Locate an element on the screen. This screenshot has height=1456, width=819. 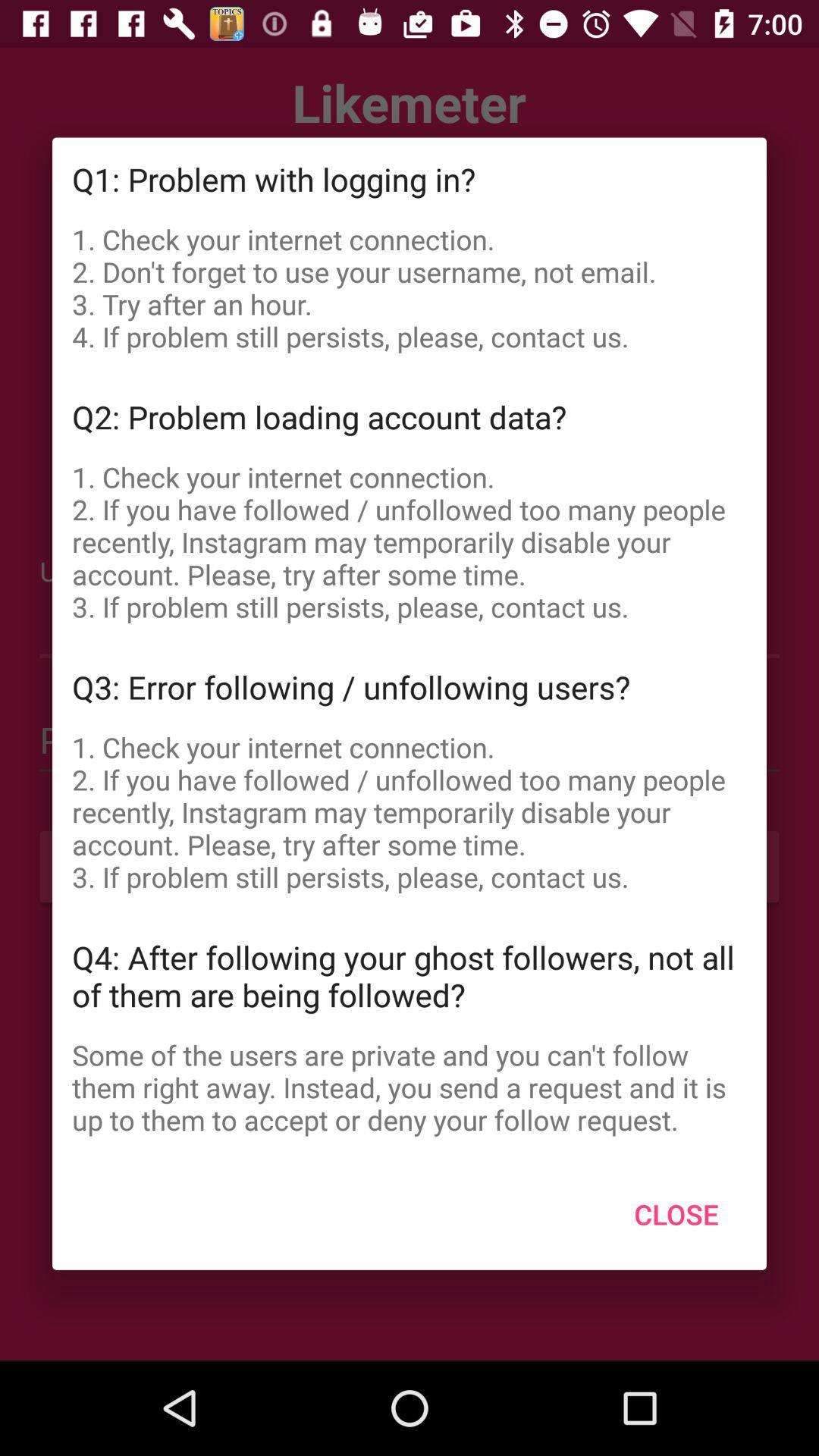
the icon below some of the is located at coordinates (676, 1214).